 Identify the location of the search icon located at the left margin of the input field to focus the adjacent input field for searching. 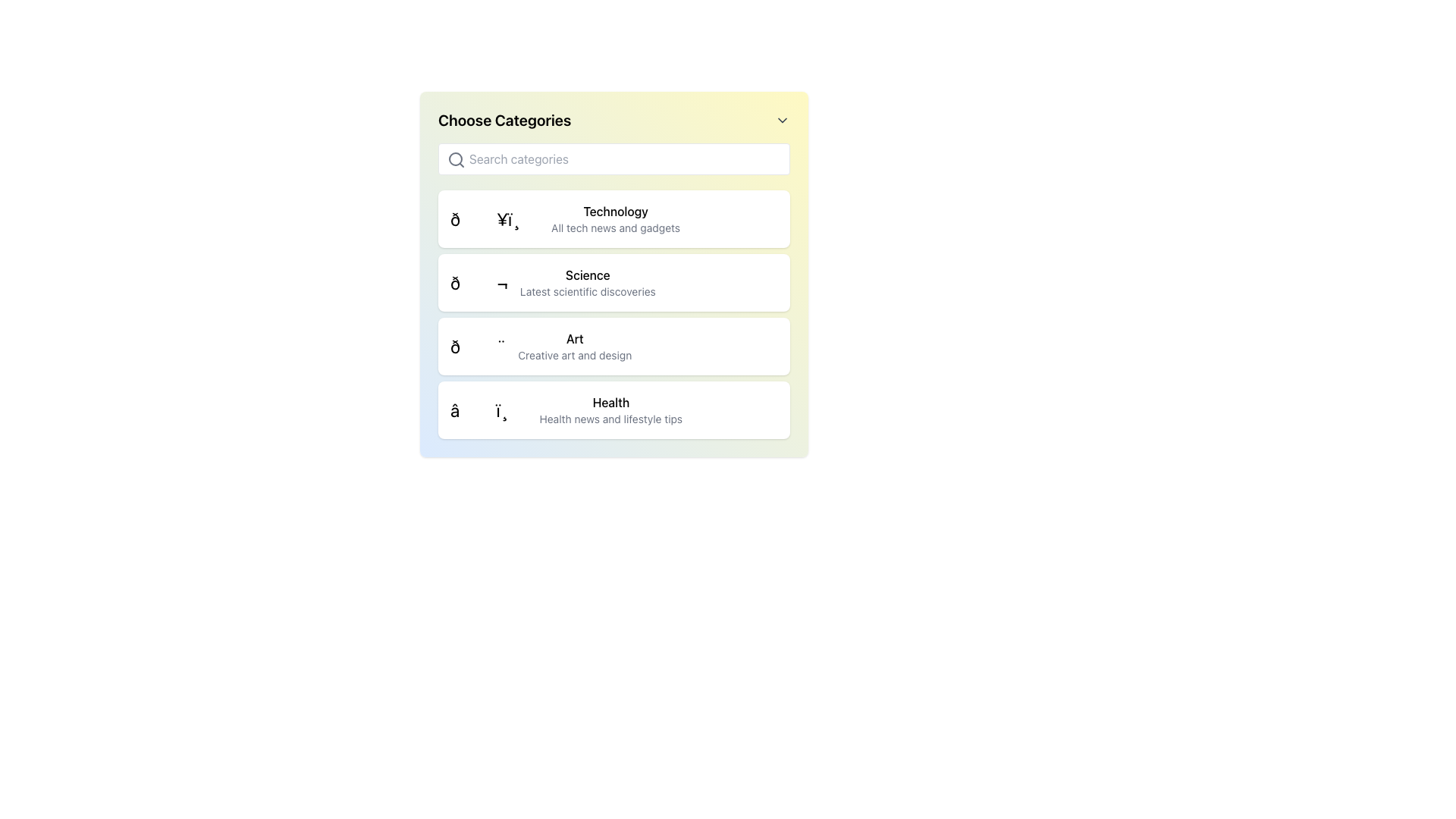
(455, 160).